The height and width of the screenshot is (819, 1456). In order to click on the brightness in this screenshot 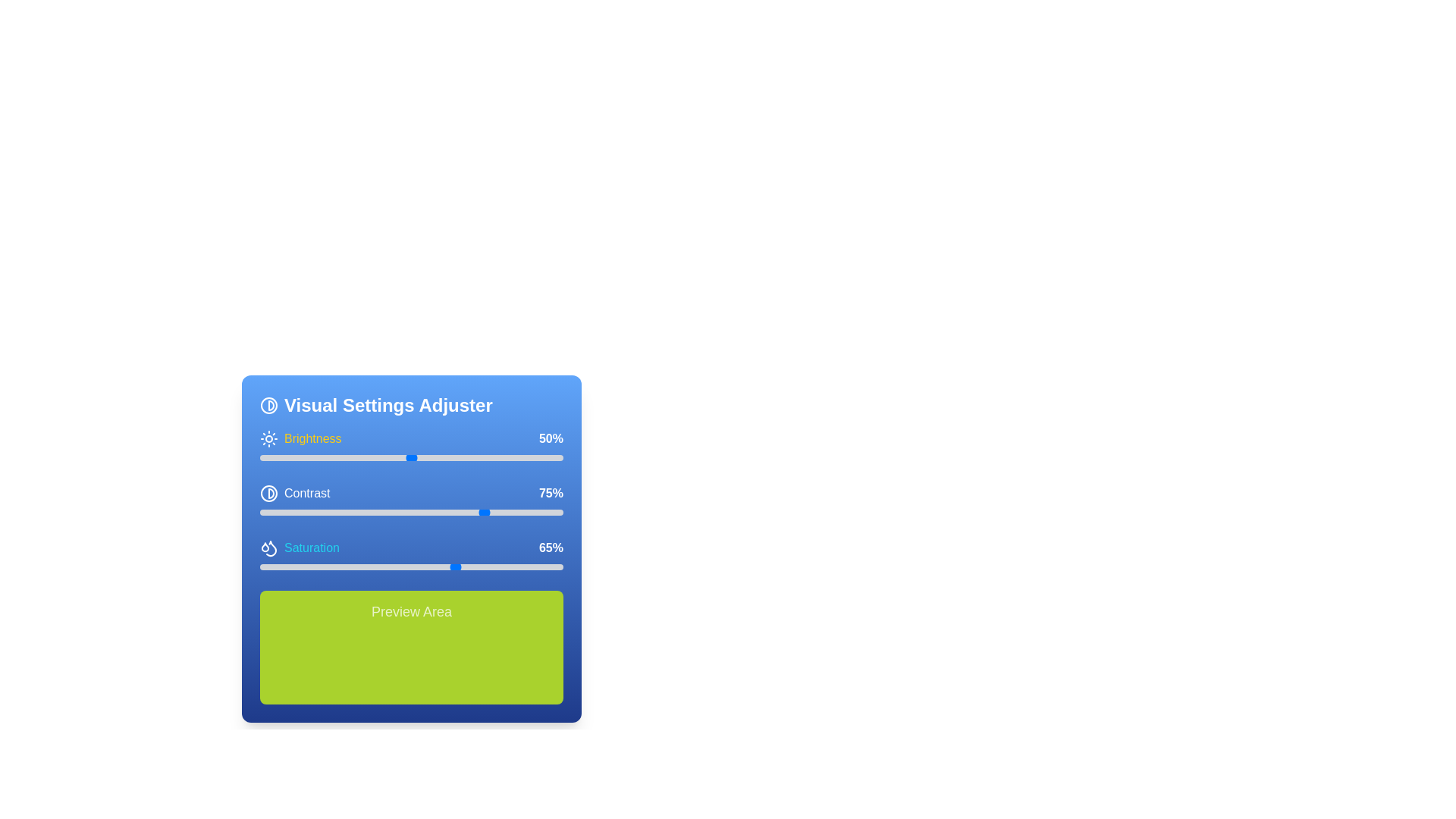, I will do `click(341, 457)`.